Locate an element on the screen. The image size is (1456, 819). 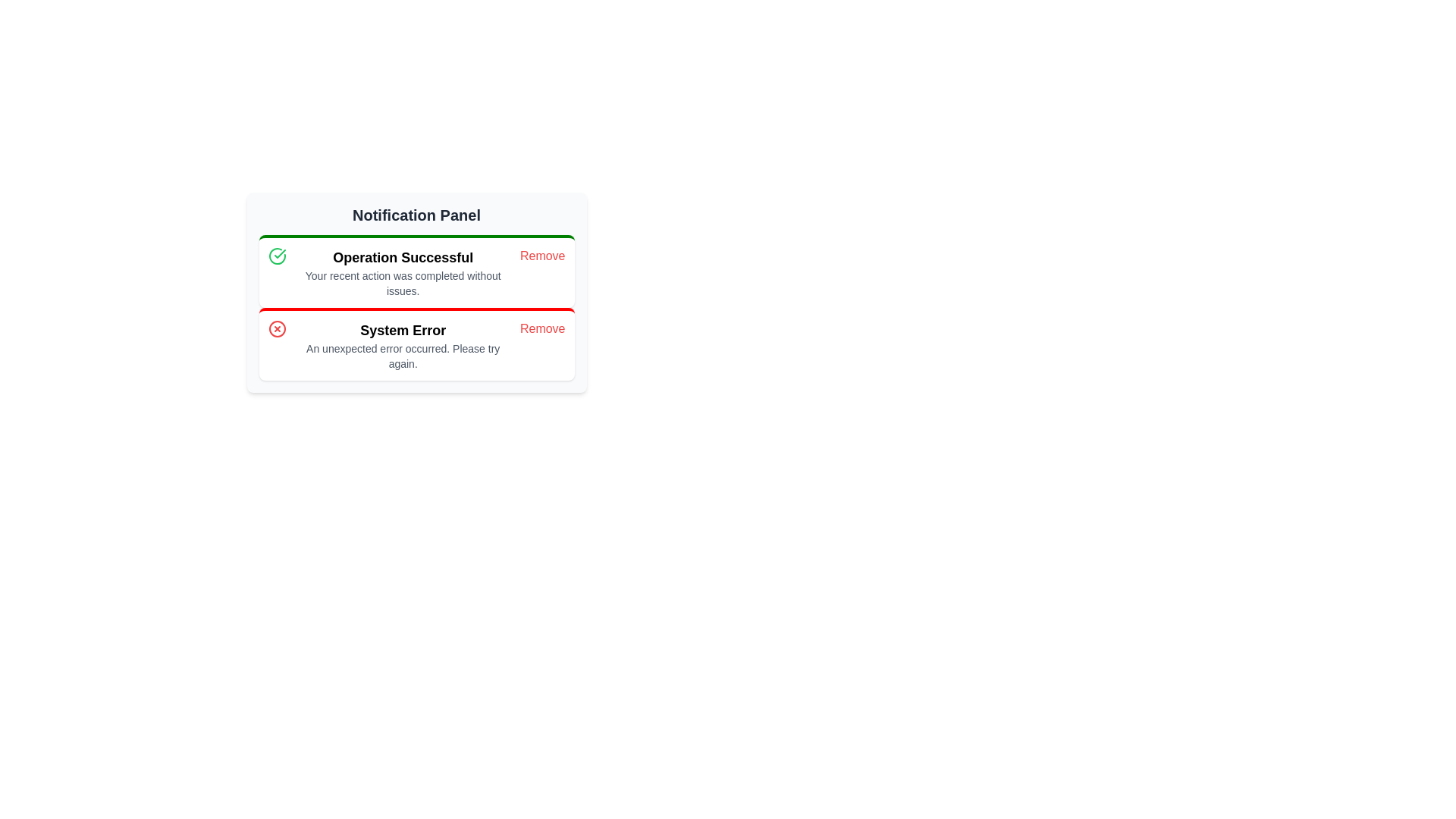
the 'Operation Successful' text label in the green-bordered notification panel, which indicates a success message is located at coordinates (403, 256).